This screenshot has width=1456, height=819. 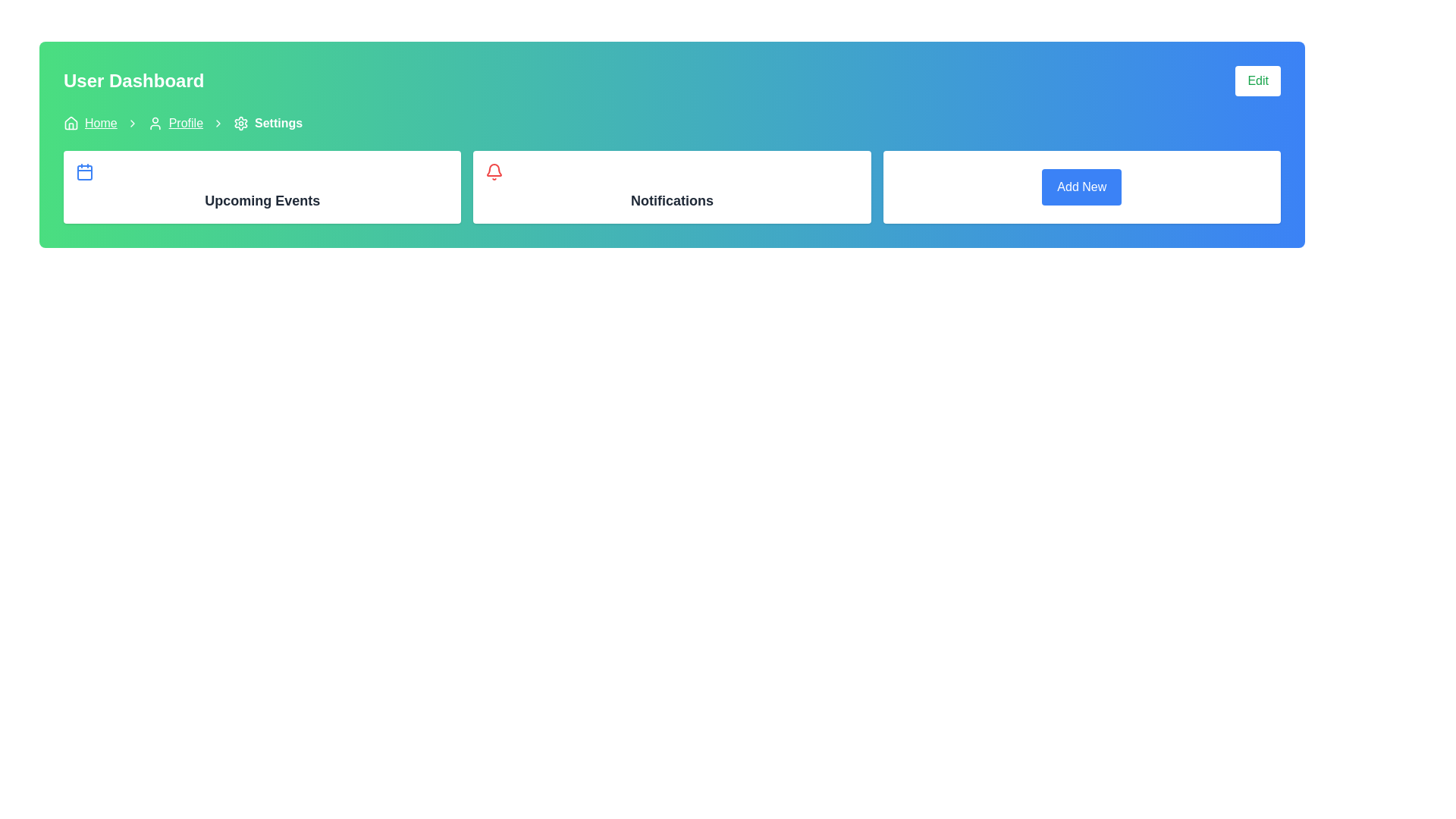 What do you see at coordinates (494, 171) in the screenshot?
I see `the bell-shaped notification icon with a red stroke color, positioned above the text 'Notifications' in the second card from the left` at bounding box center [494, 171].